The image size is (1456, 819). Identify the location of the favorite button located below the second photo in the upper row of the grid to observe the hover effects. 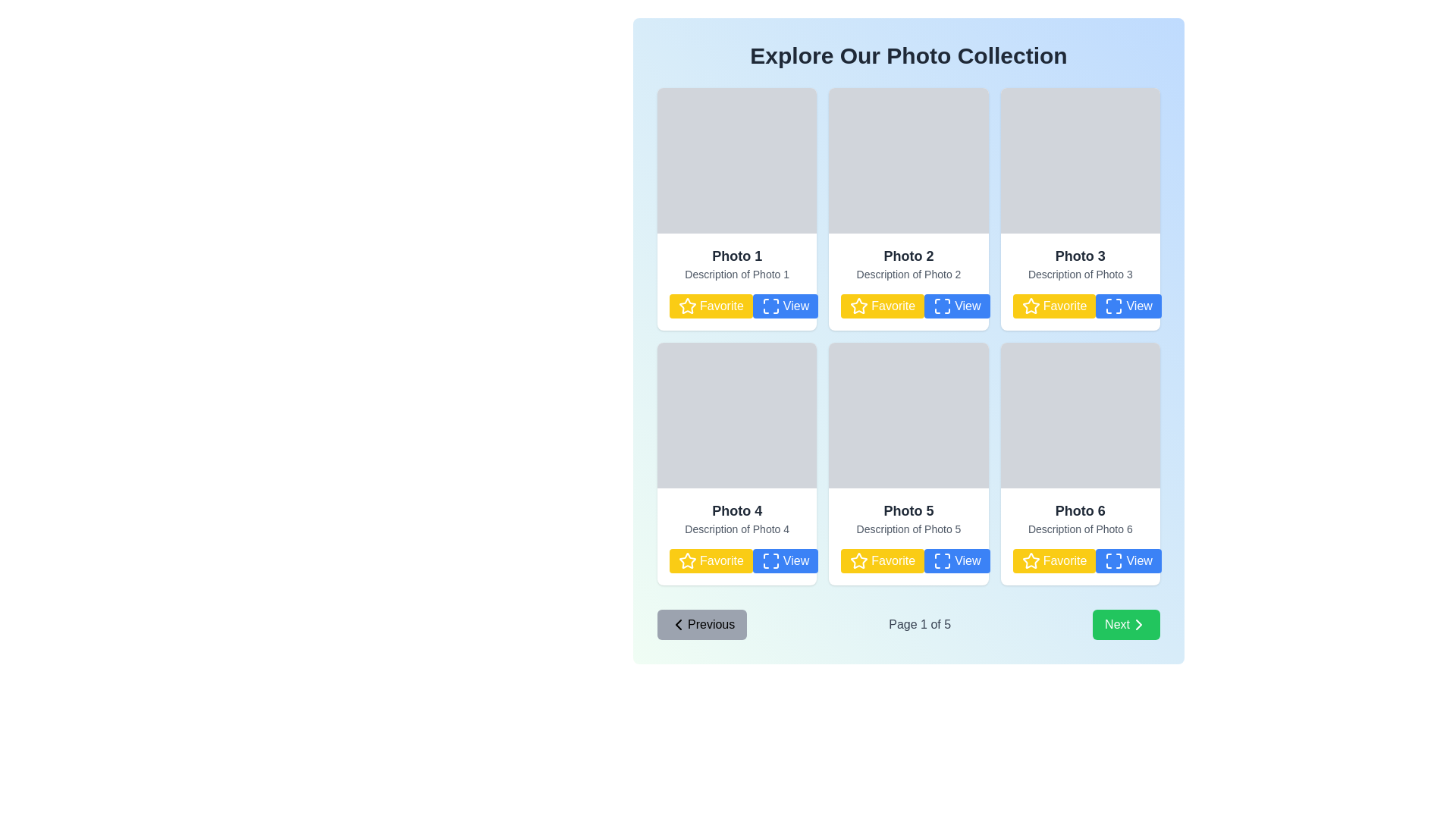
(883, 306).